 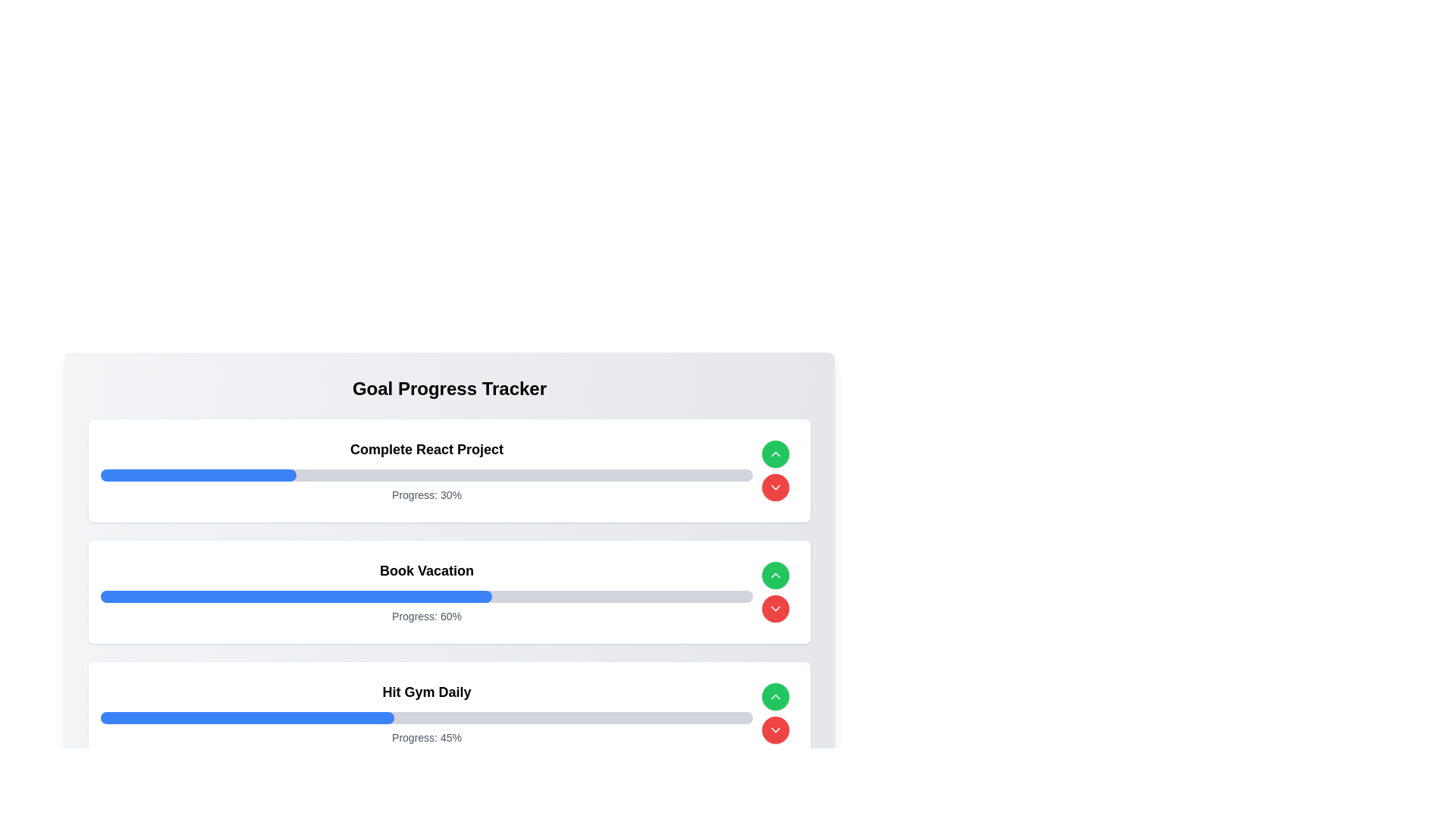 I want to click on the upward chevron button adjacent to the progress bar for the 'Hit Gym Daily' task, so click(x=775, y=696).